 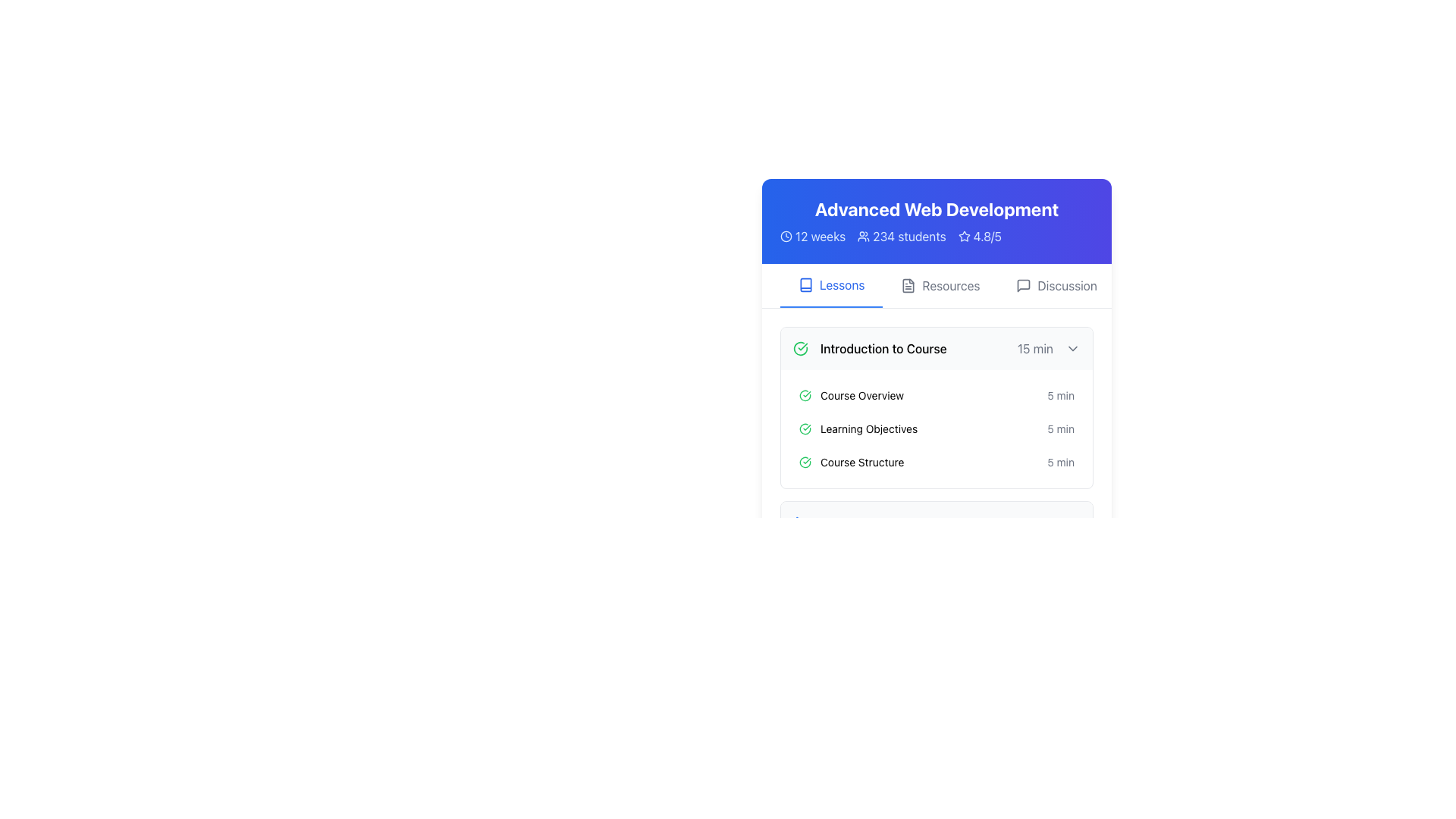 I want to click on duration information from the label displaying '15 min' with a dropdown icon on the far-right side of the 'Introduction to Course' row, so click(x=1048, y=348).